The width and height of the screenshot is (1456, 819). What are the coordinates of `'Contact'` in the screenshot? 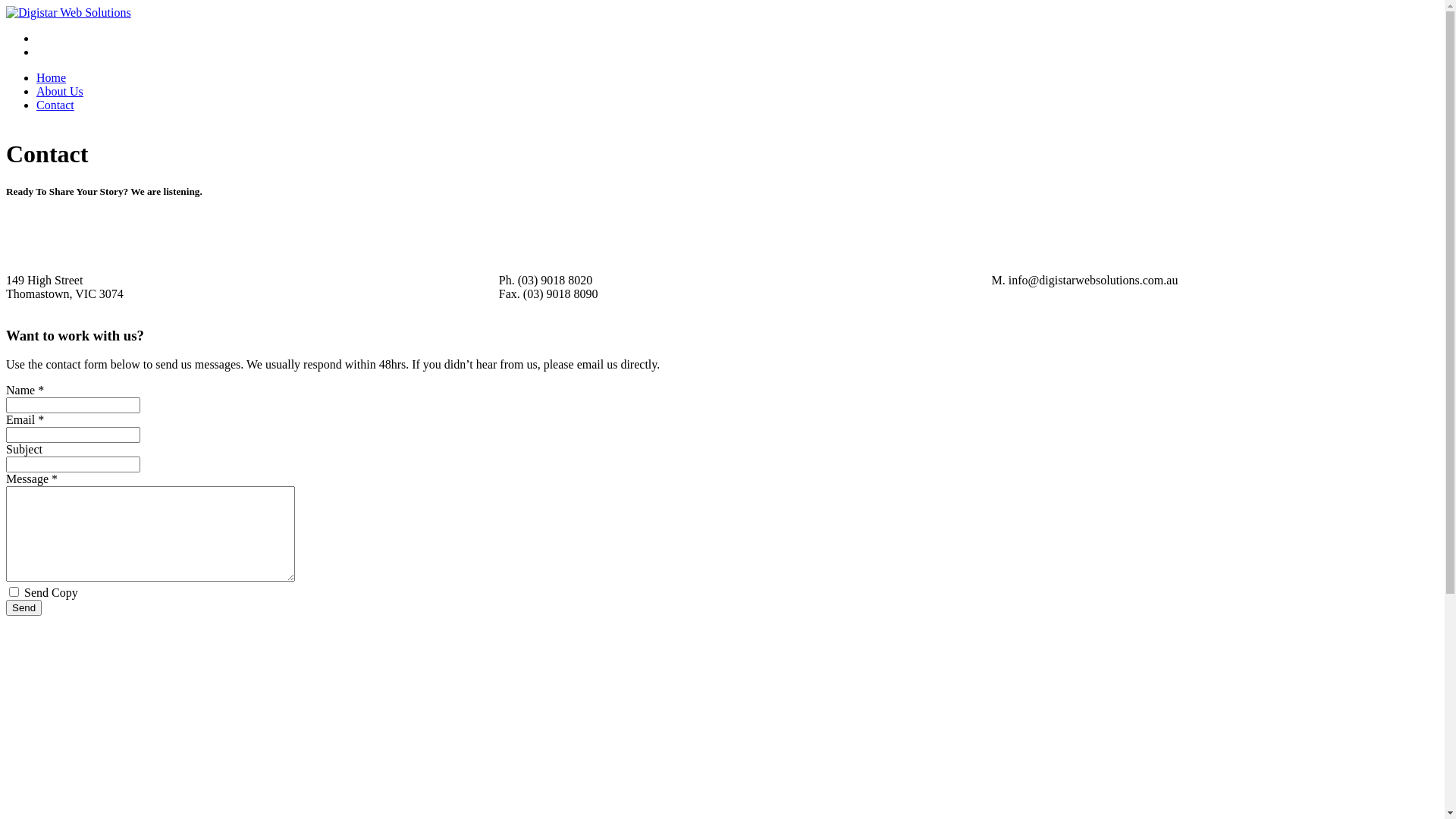 It's located at (55, 104).